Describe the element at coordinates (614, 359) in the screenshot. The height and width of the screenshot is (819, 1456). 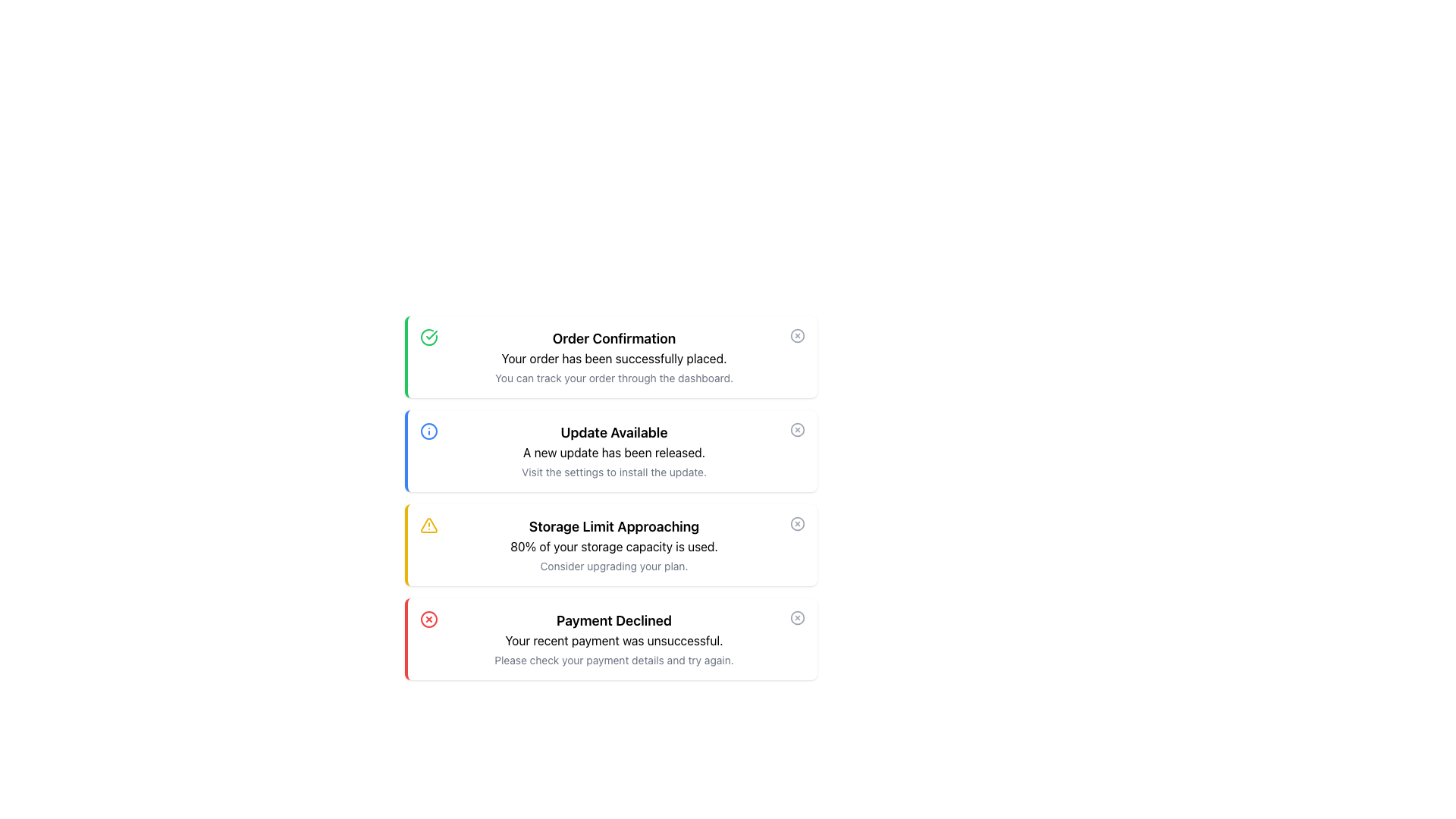
I see `the static text label displaying the message 'Your order has been successfully placed.' which is located below the 'Order Confirmation' heading` at that location.